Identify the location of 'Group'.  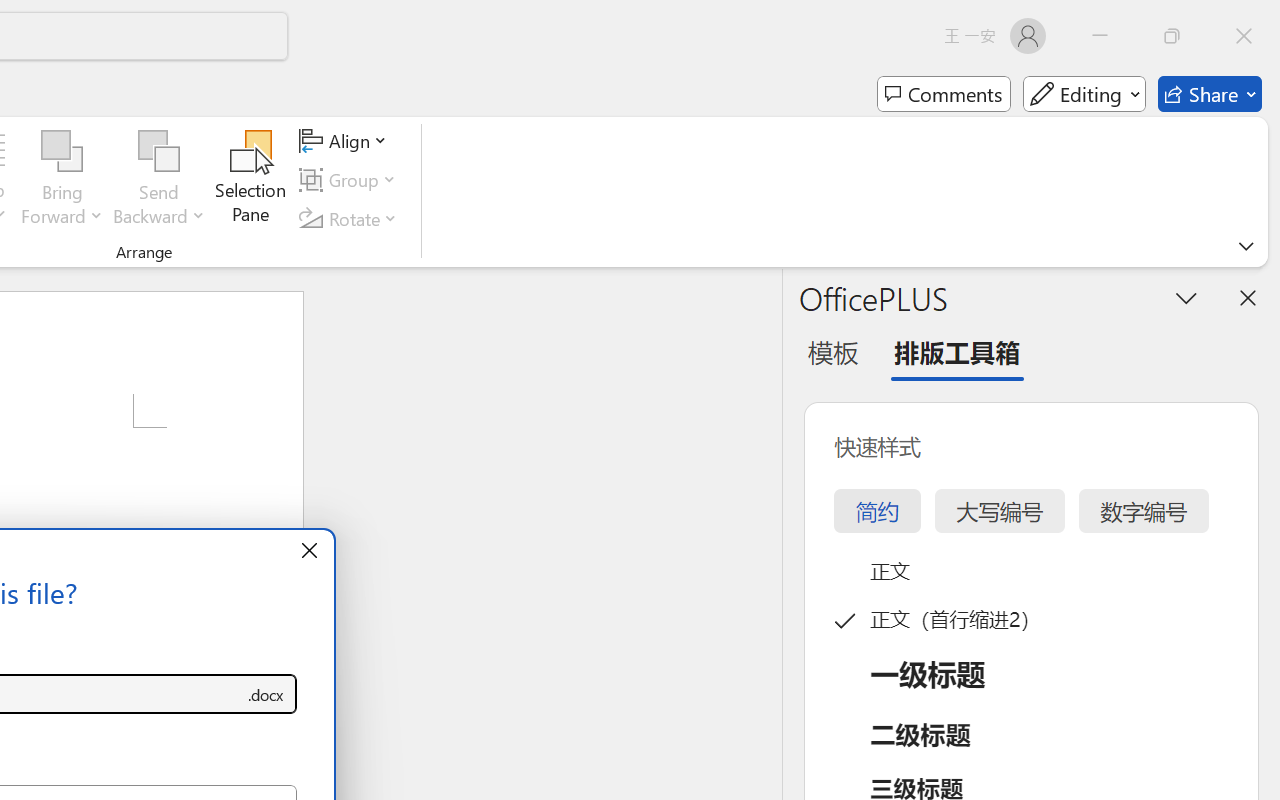
(351, 179).